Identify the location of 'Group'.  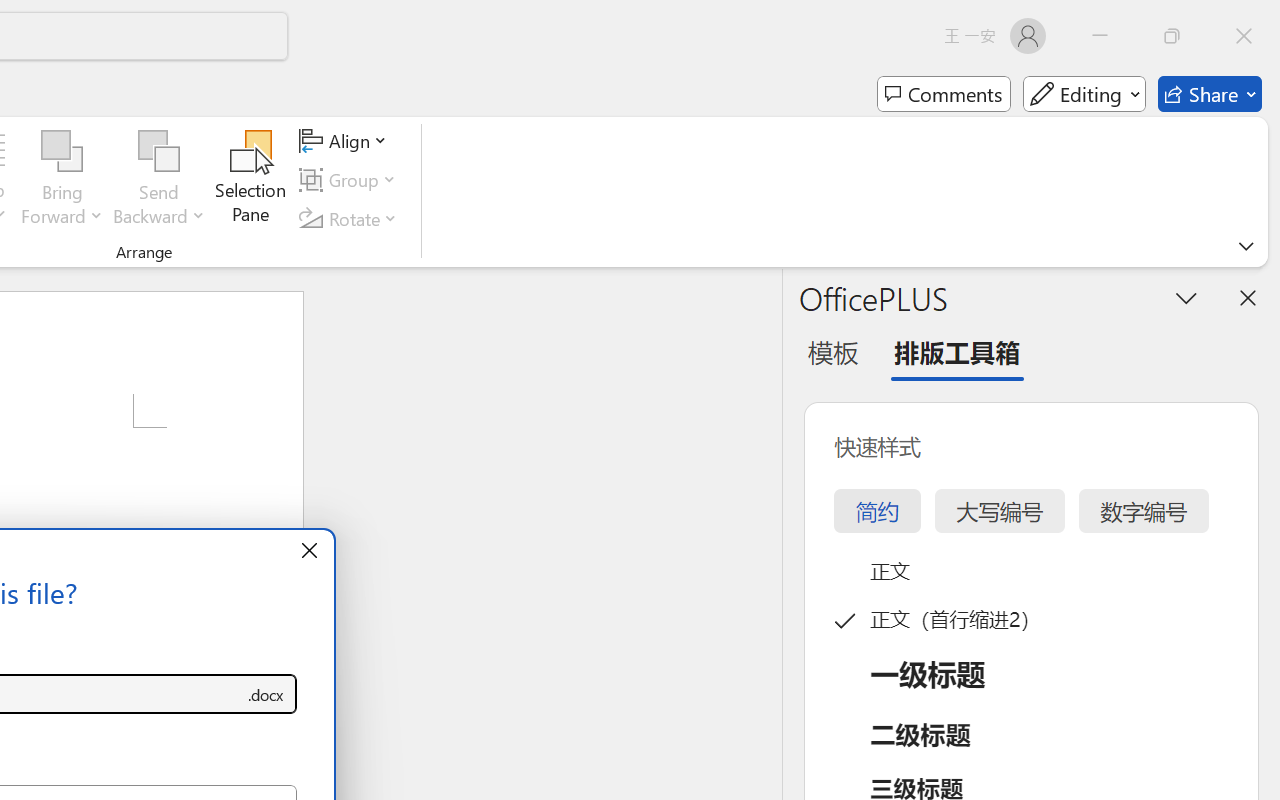
(351, 179).